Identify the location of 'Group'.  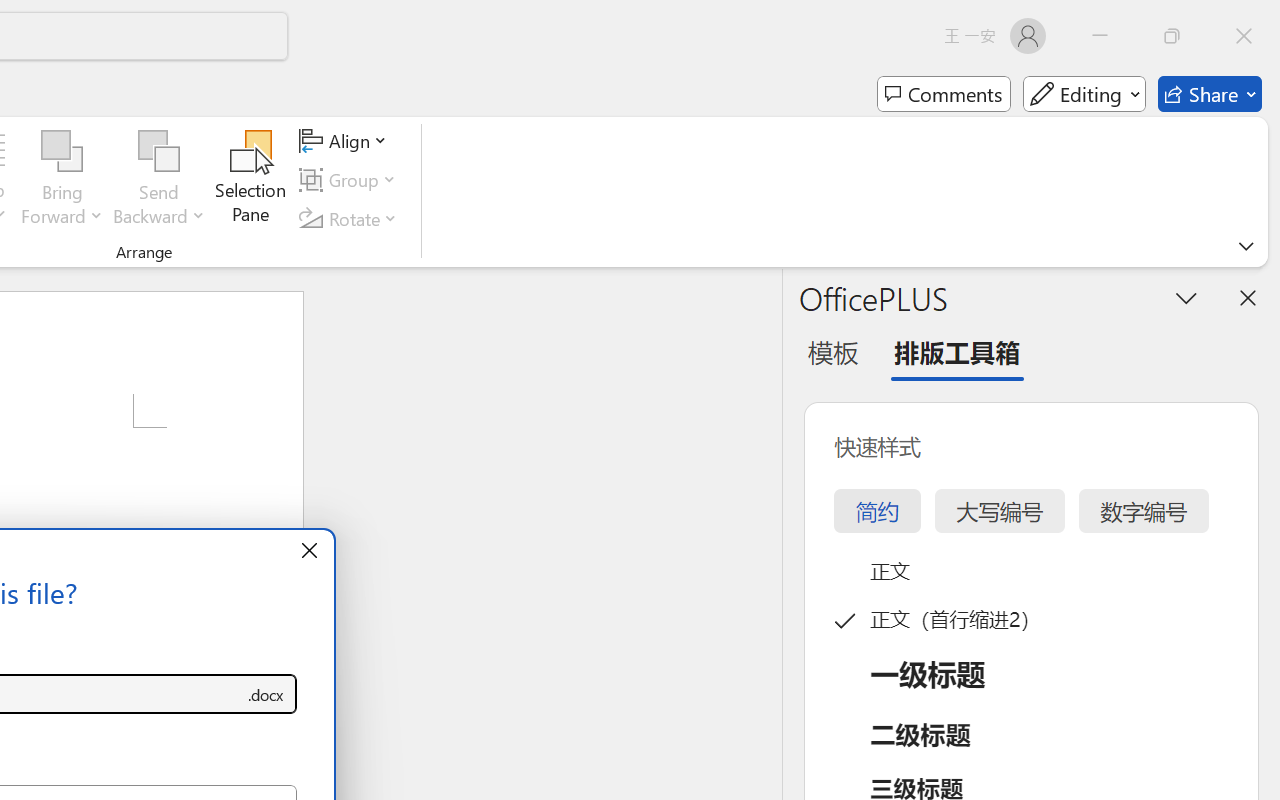
(351, 179).